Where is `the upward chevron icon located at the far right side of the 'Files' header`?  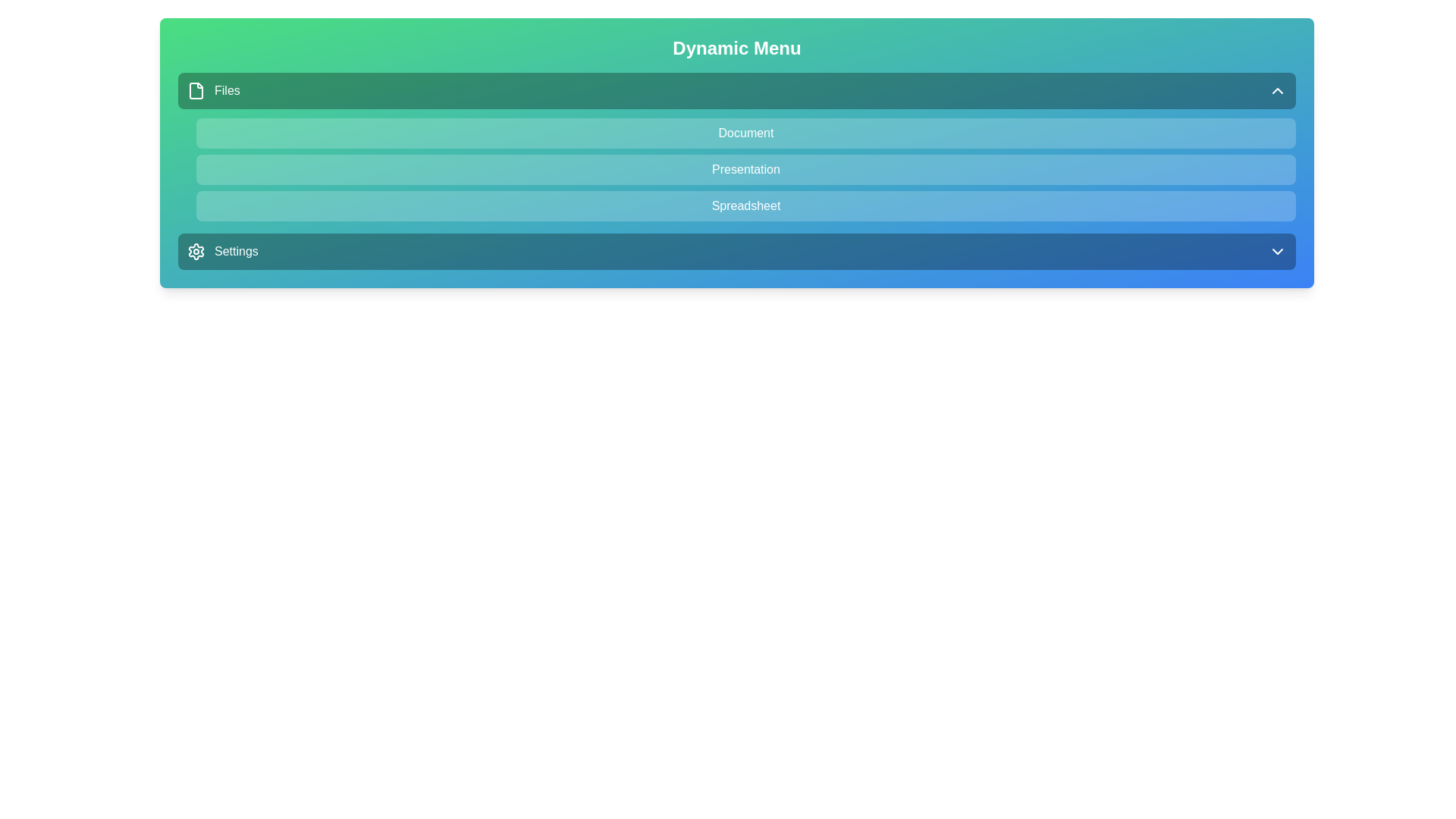
the upward chevron icon located at the far right side of the 'Files' header is located at coordinates (1276, 90).